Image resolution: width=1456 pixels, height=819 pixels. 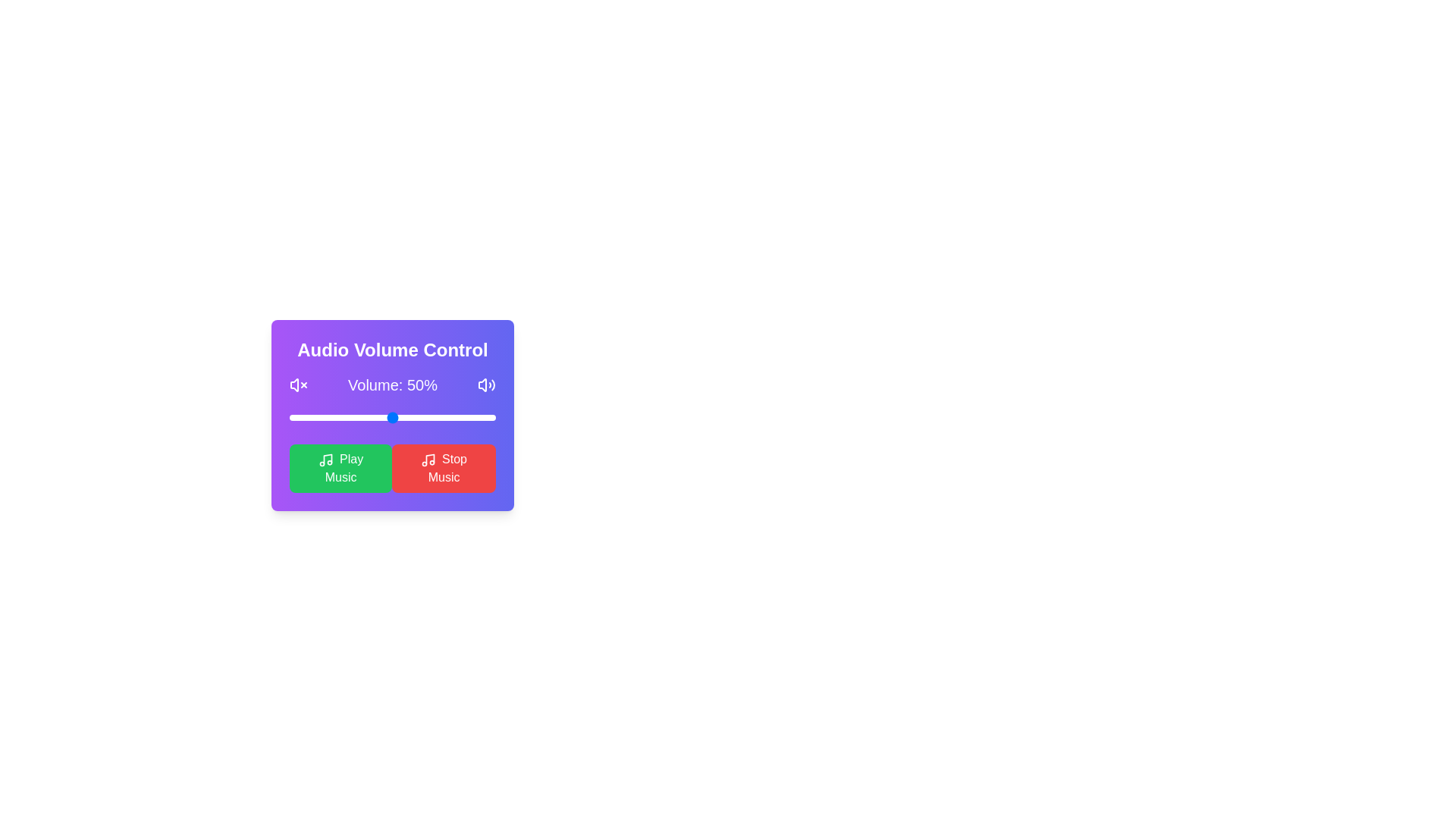 What do you see at coordinates (327, 458) in the screenshot?
I see `the decorative SVG music icon located near the left side of the green 'Play Music' button` at bounding box center [327, 458].